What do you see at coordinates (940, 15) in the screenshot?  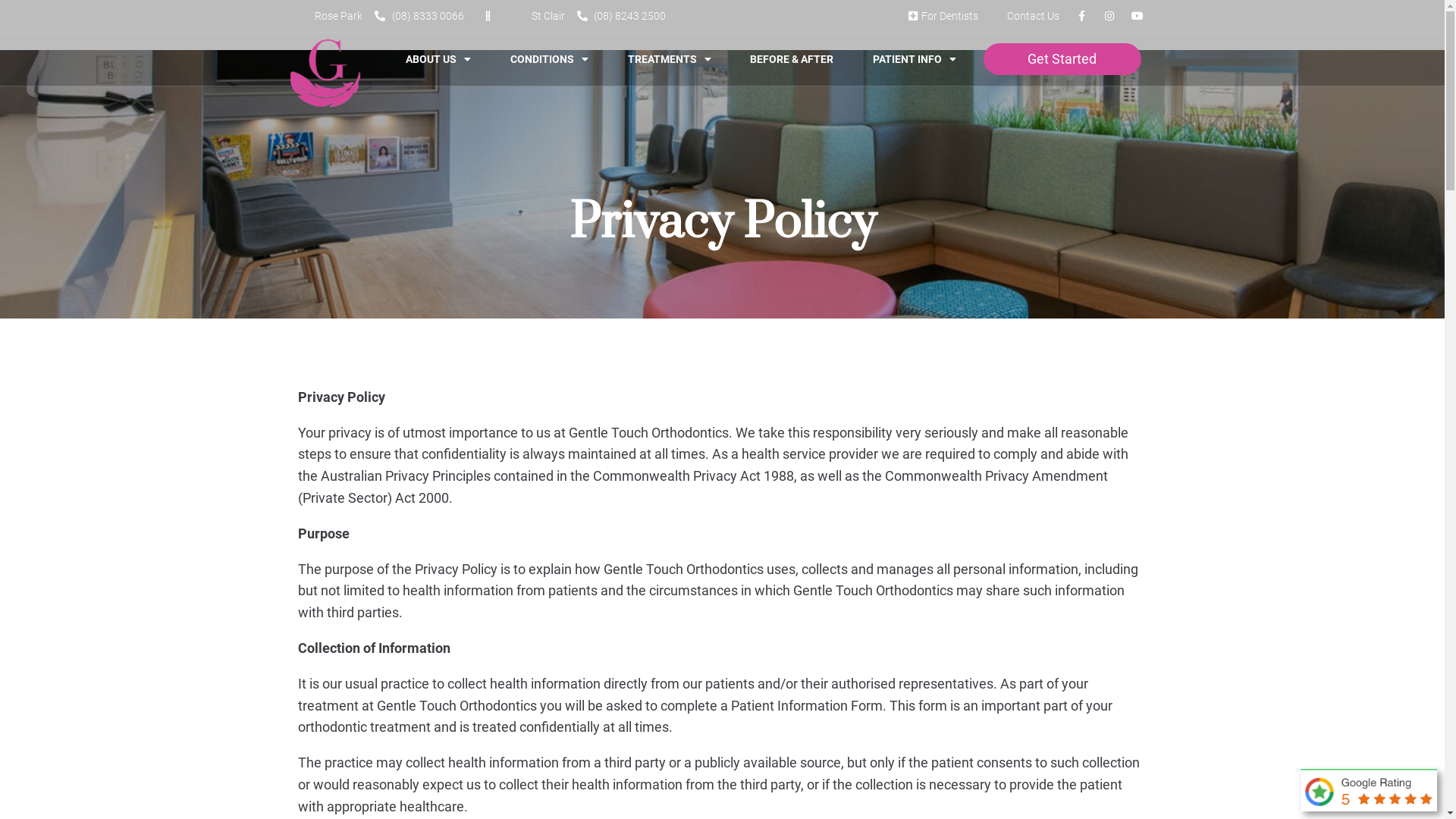 I see `'For Dentists'` at bounding box center [940, 15].